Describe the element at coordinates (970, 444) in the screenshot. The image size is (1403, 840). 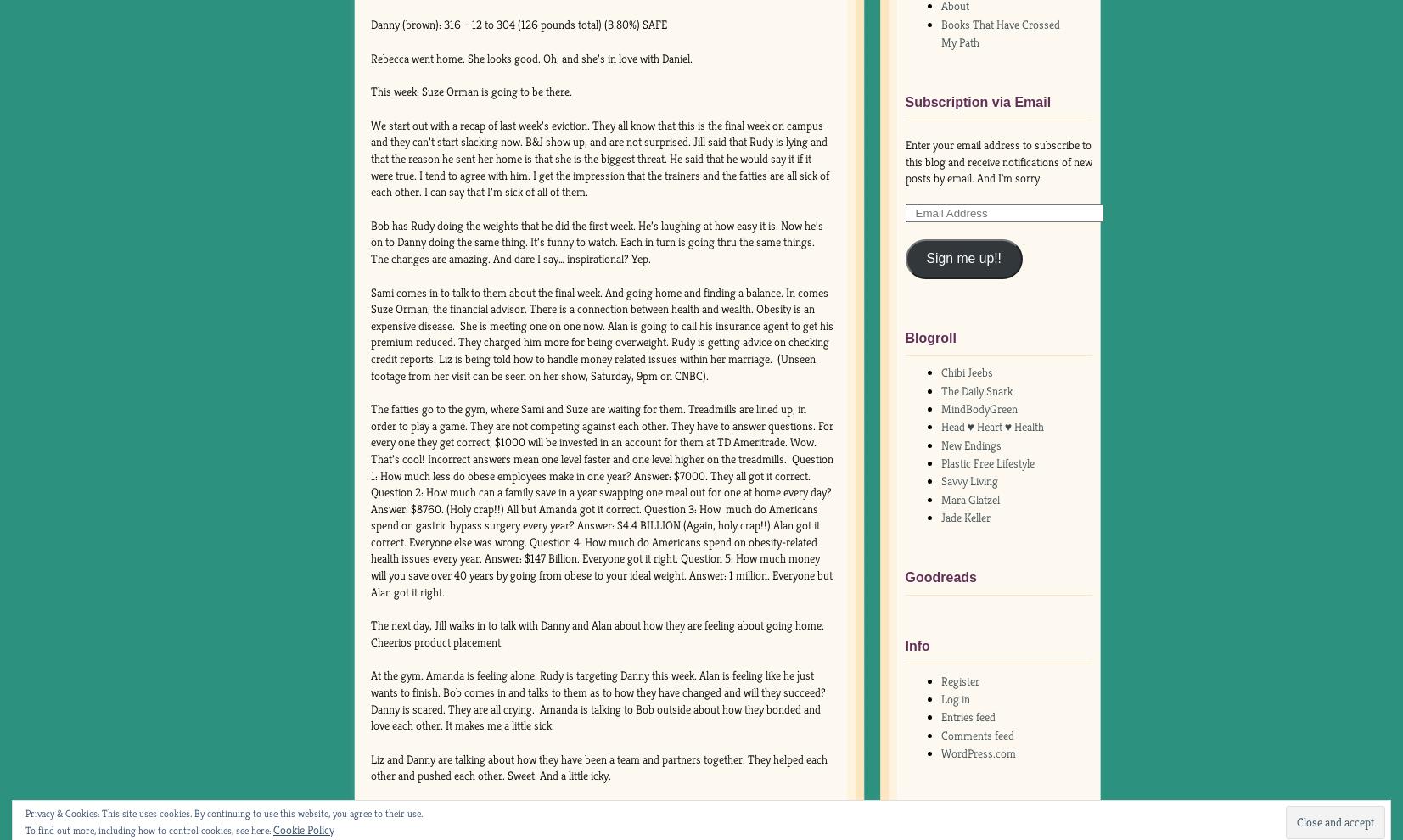
I see `'New Endings'` at that location.